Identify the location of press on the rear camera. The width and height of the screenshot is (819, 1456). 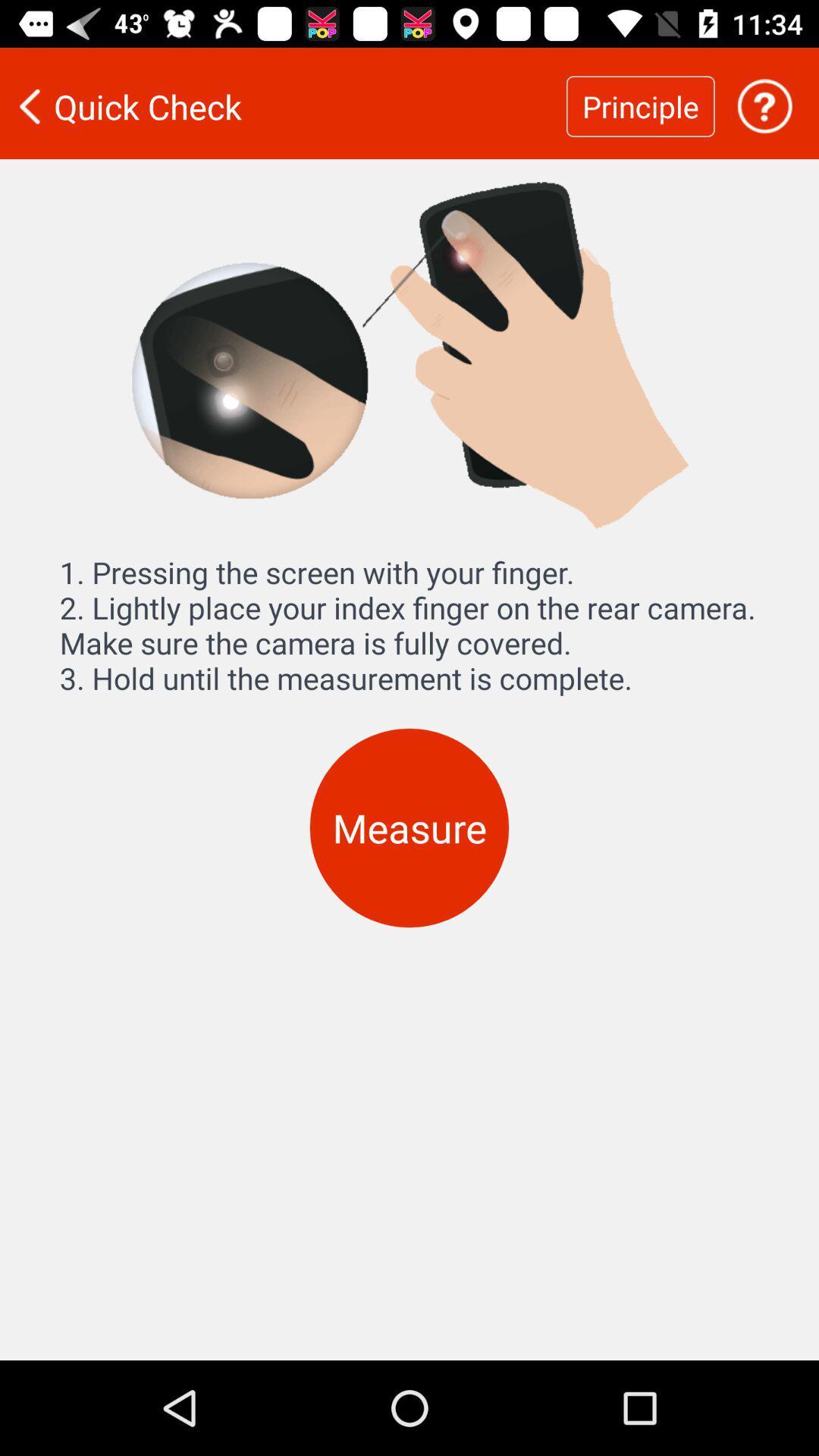
(764, 105).